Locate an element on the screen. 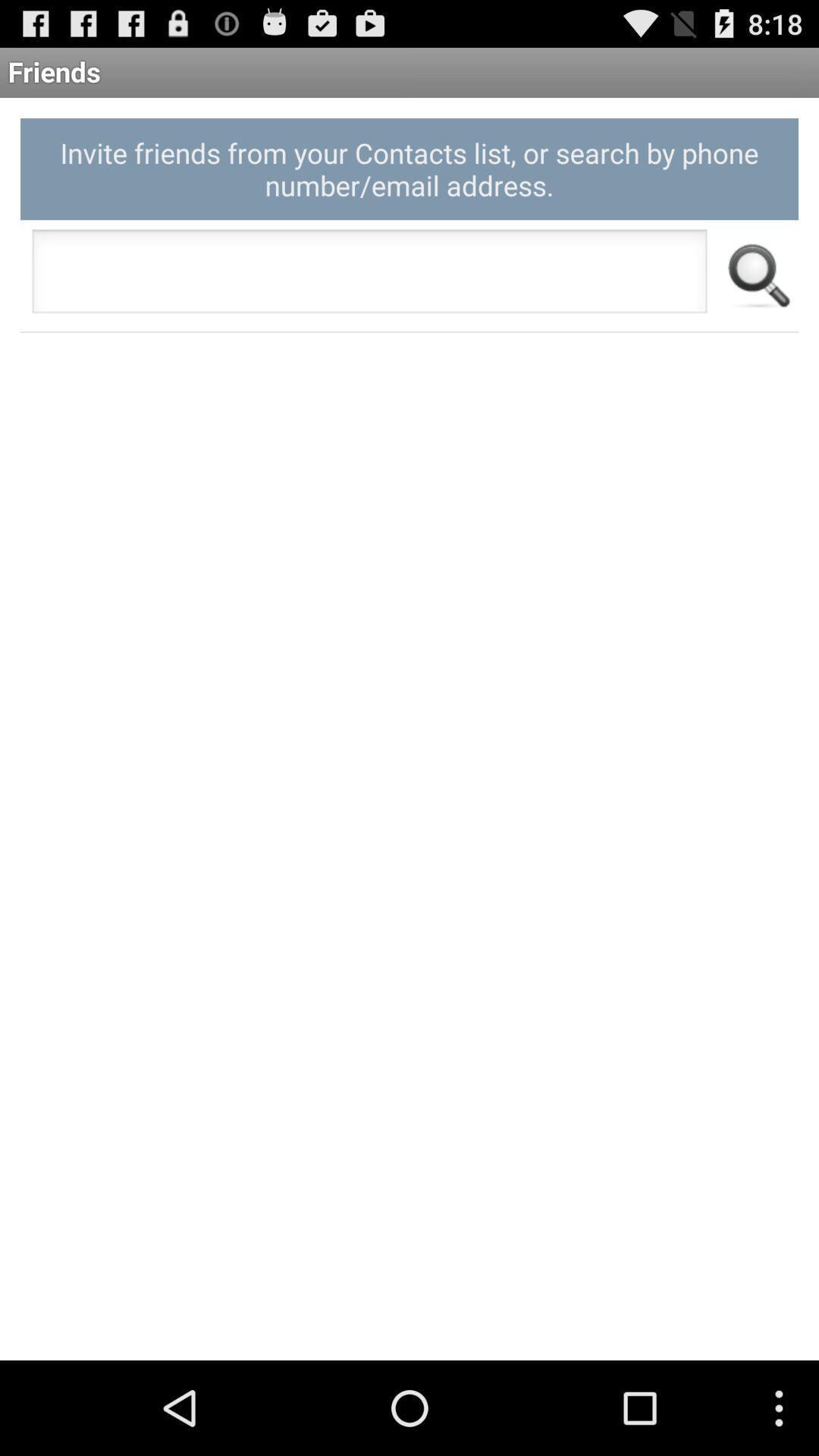 This screenshot has height=1456, width=819. the invite friends from icon is located at coordinates (409, 169).